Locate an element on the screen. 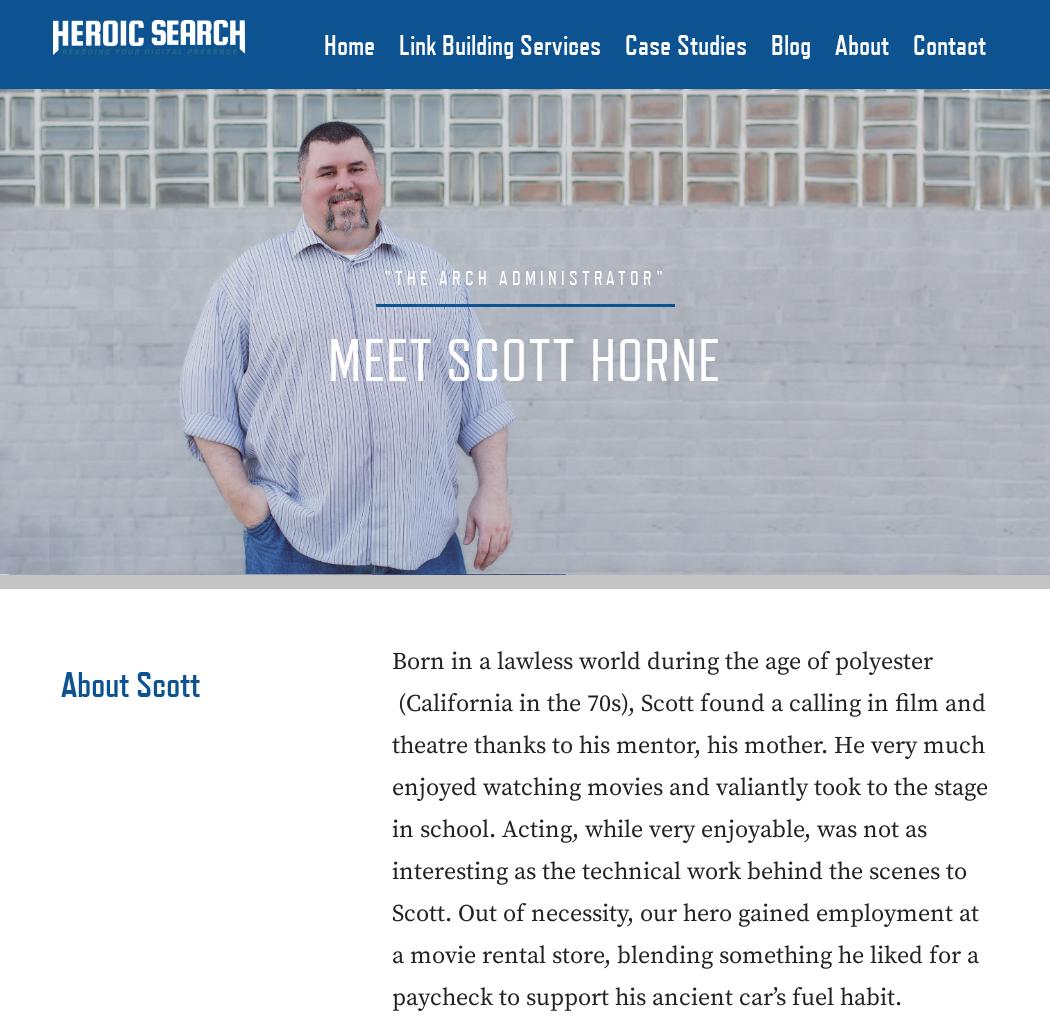  'NYC Office' is located at coordinates (964, 98).